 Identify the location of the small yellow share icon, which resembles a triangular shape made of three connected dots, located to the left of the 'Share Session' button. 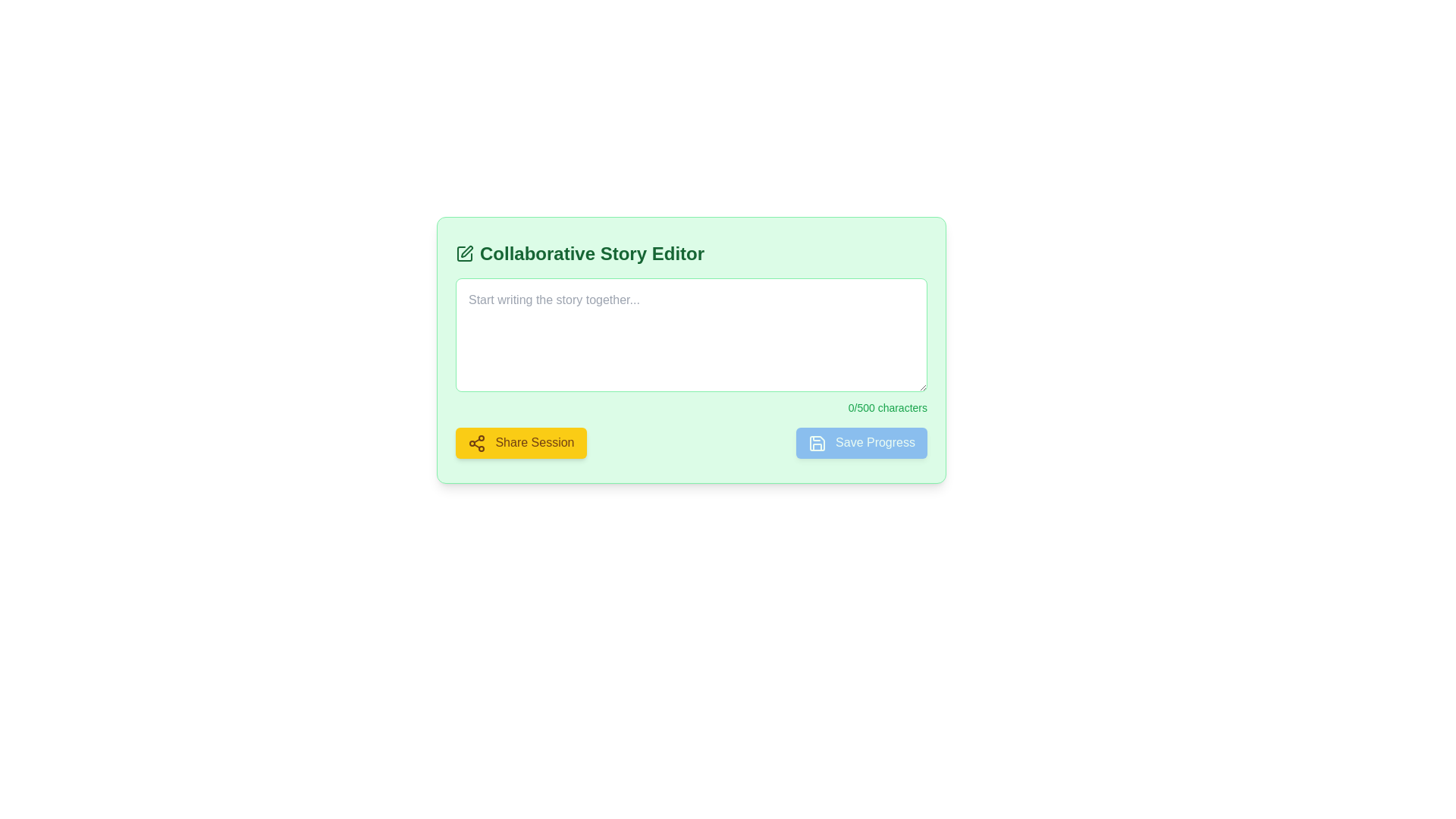
(475, 442).